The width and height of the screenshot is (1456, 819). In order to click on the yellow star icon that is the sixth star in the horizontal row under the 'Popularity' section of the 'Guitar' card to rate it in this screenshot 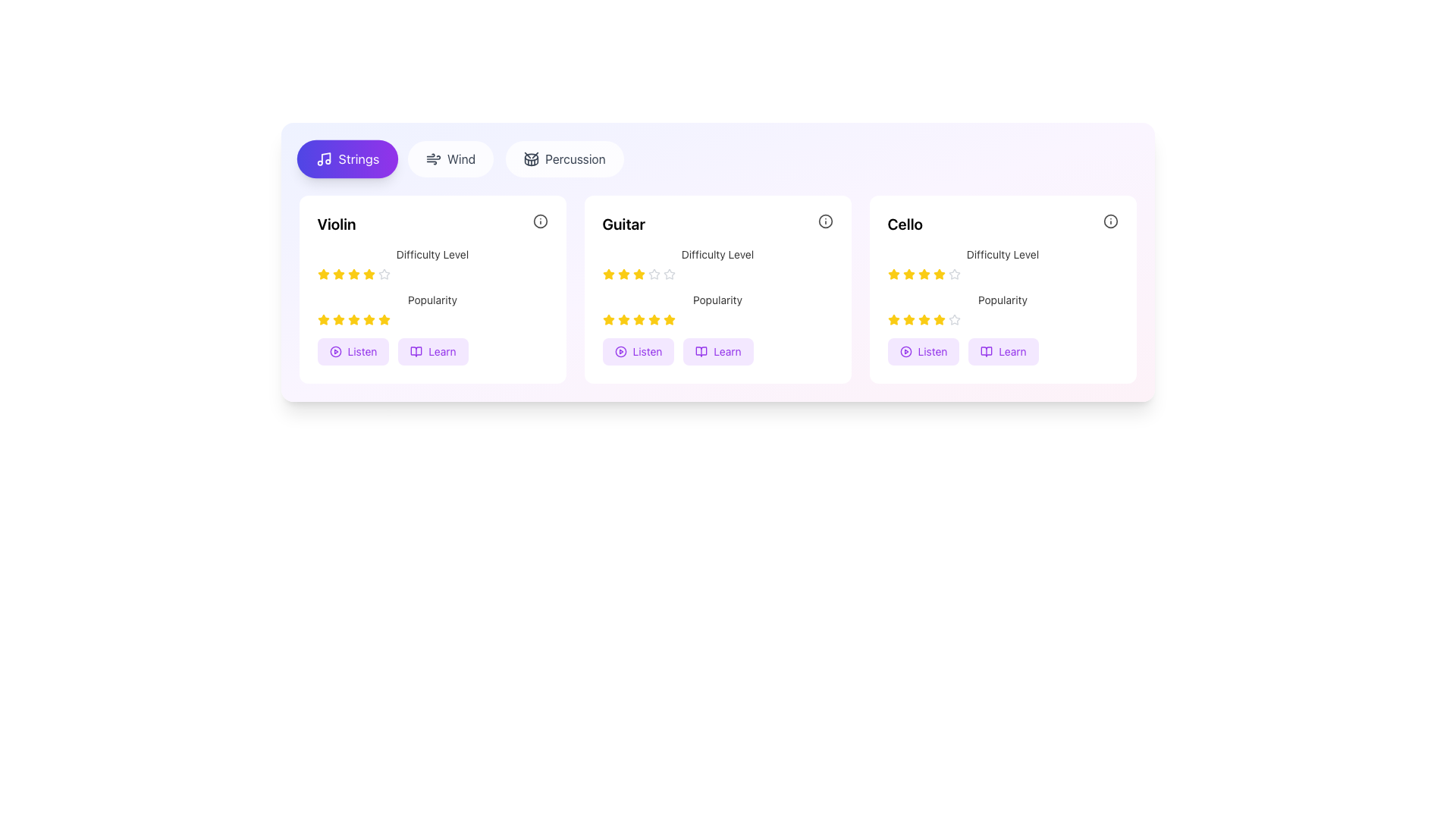, I will do `click(654, 318)`.